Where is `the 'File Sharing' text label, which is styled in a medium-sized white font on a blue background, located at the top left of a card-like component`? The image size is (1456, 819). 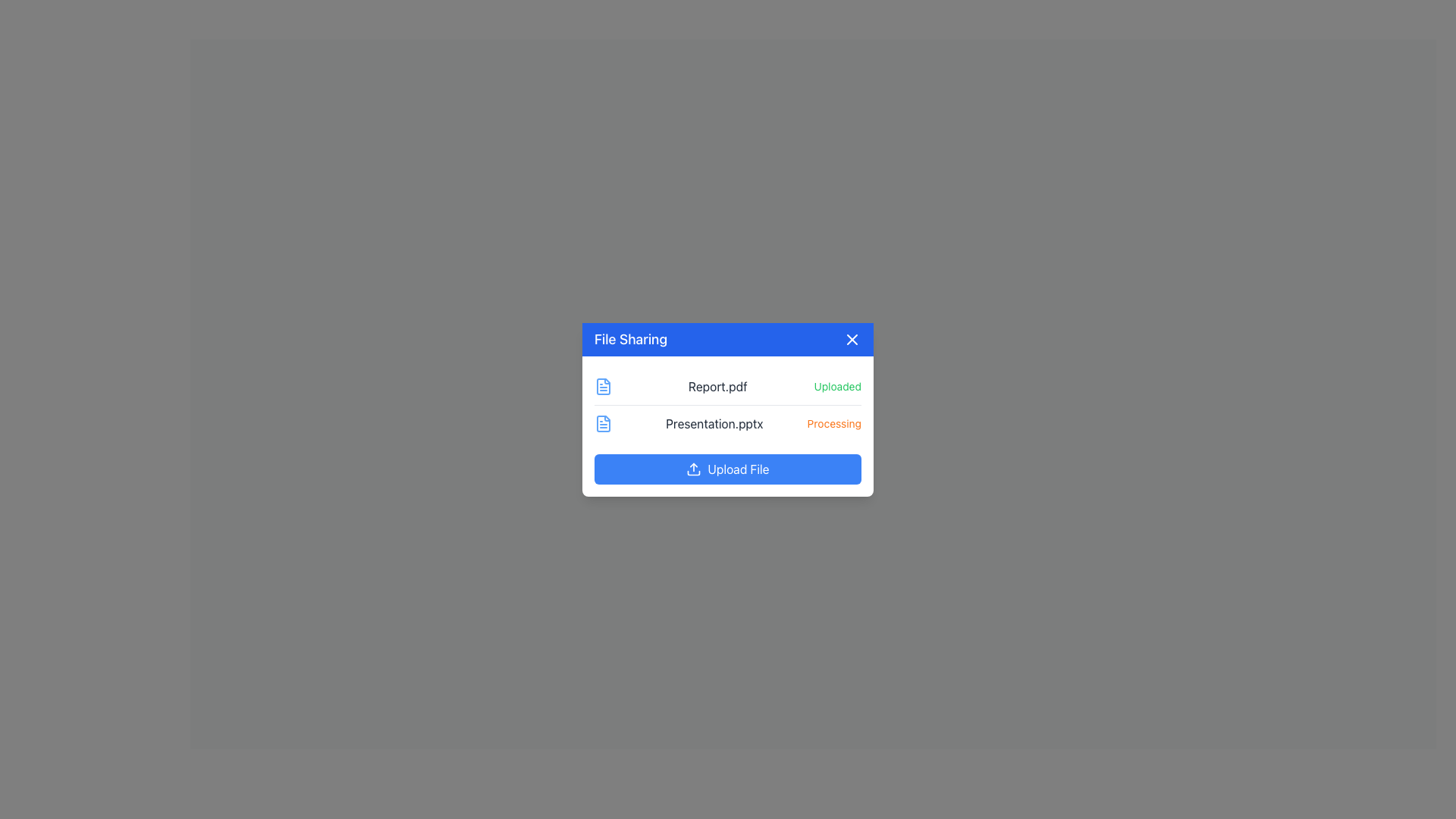 the 'File Sharing' text label, which is styled in a medium-sized white font on a blue background, located at the top left of a card-like component is located at coordinates (630, 338).